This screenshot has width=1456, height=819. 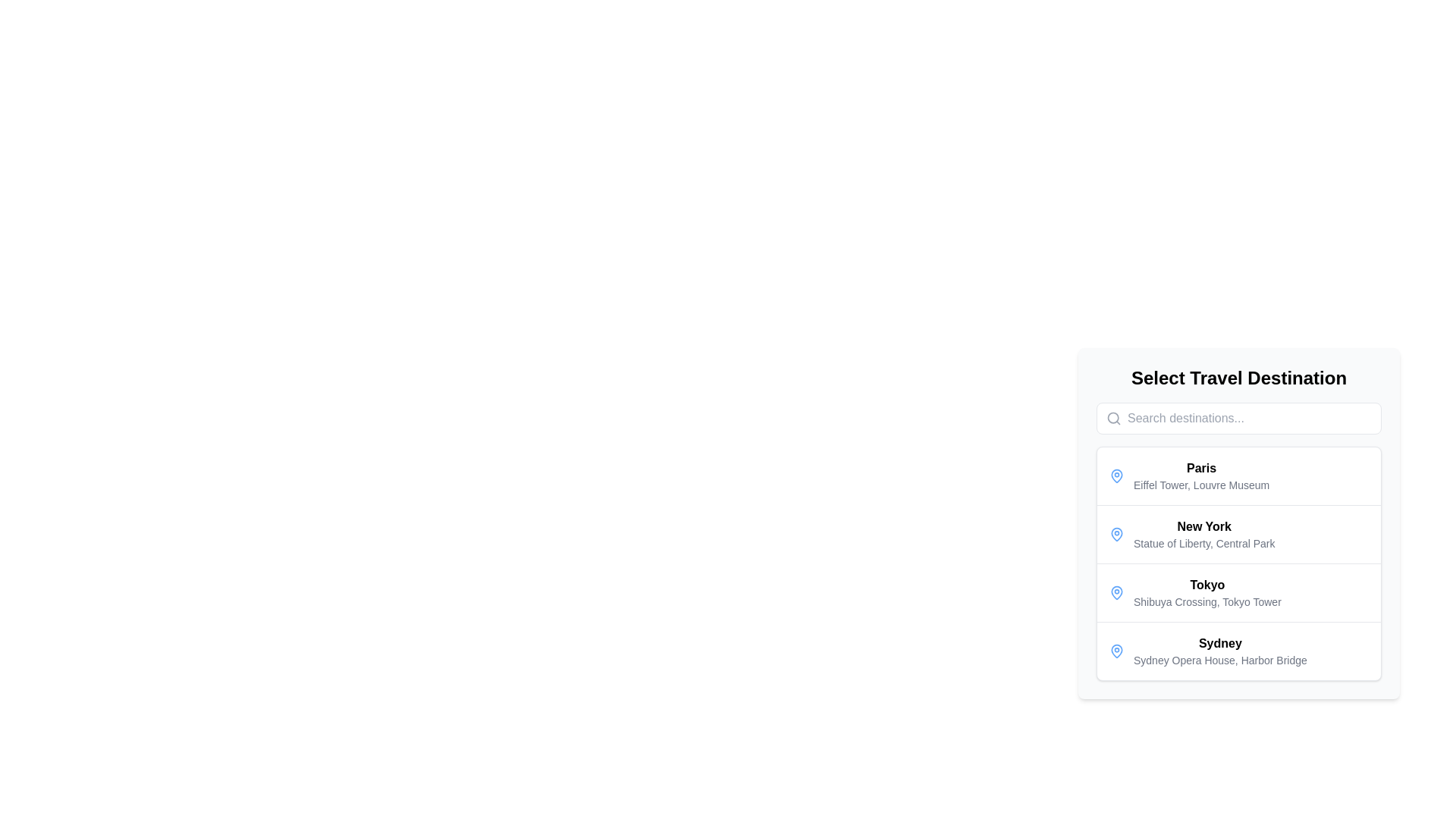 I want to click on the location pin icon next to the 'Tokyo' entry in the list of destinations, so click(x=1117, y=591).